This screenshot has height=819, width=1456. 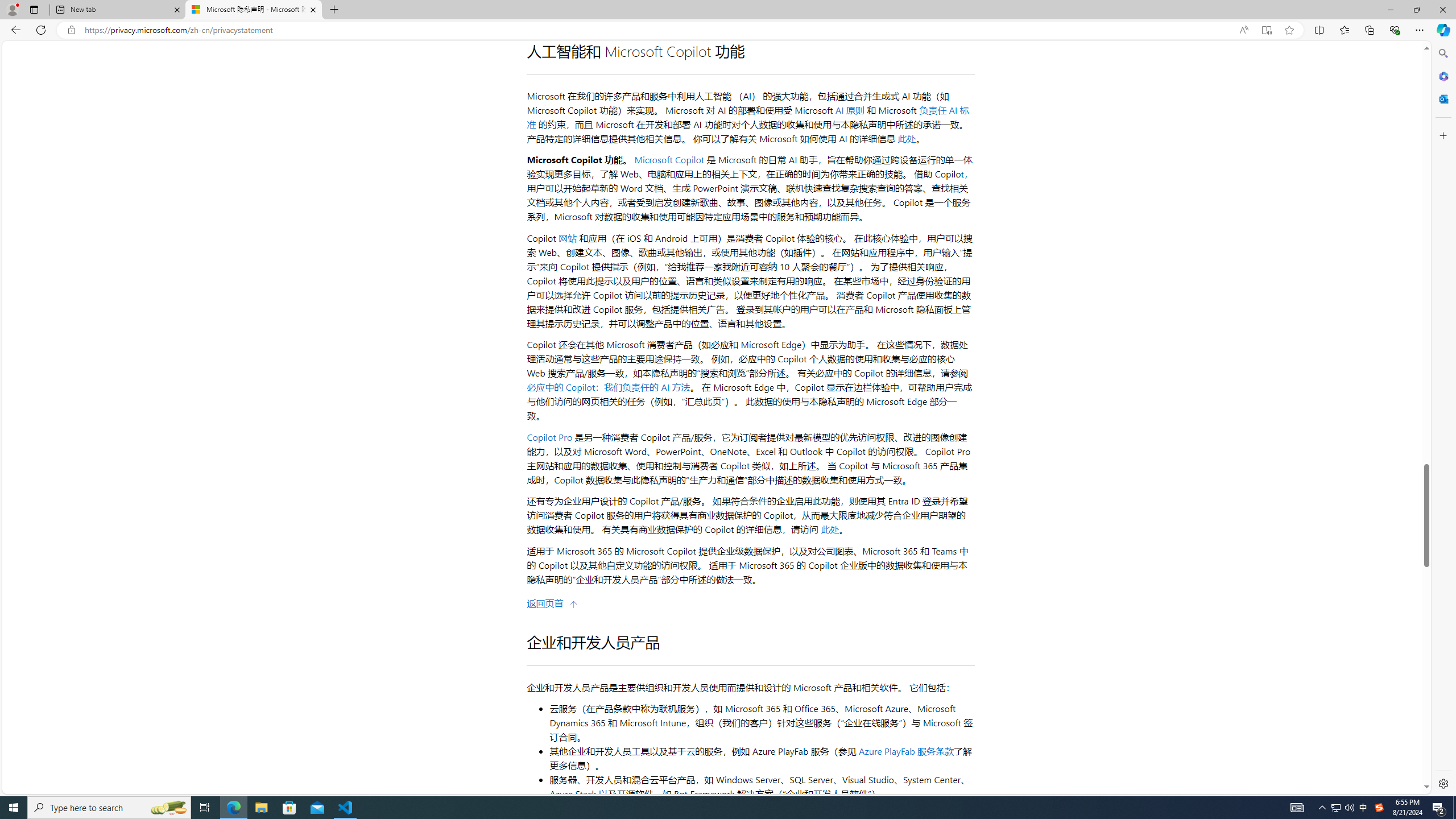 I want to click on 'Copilot Pro', so click(x=549, y=436).